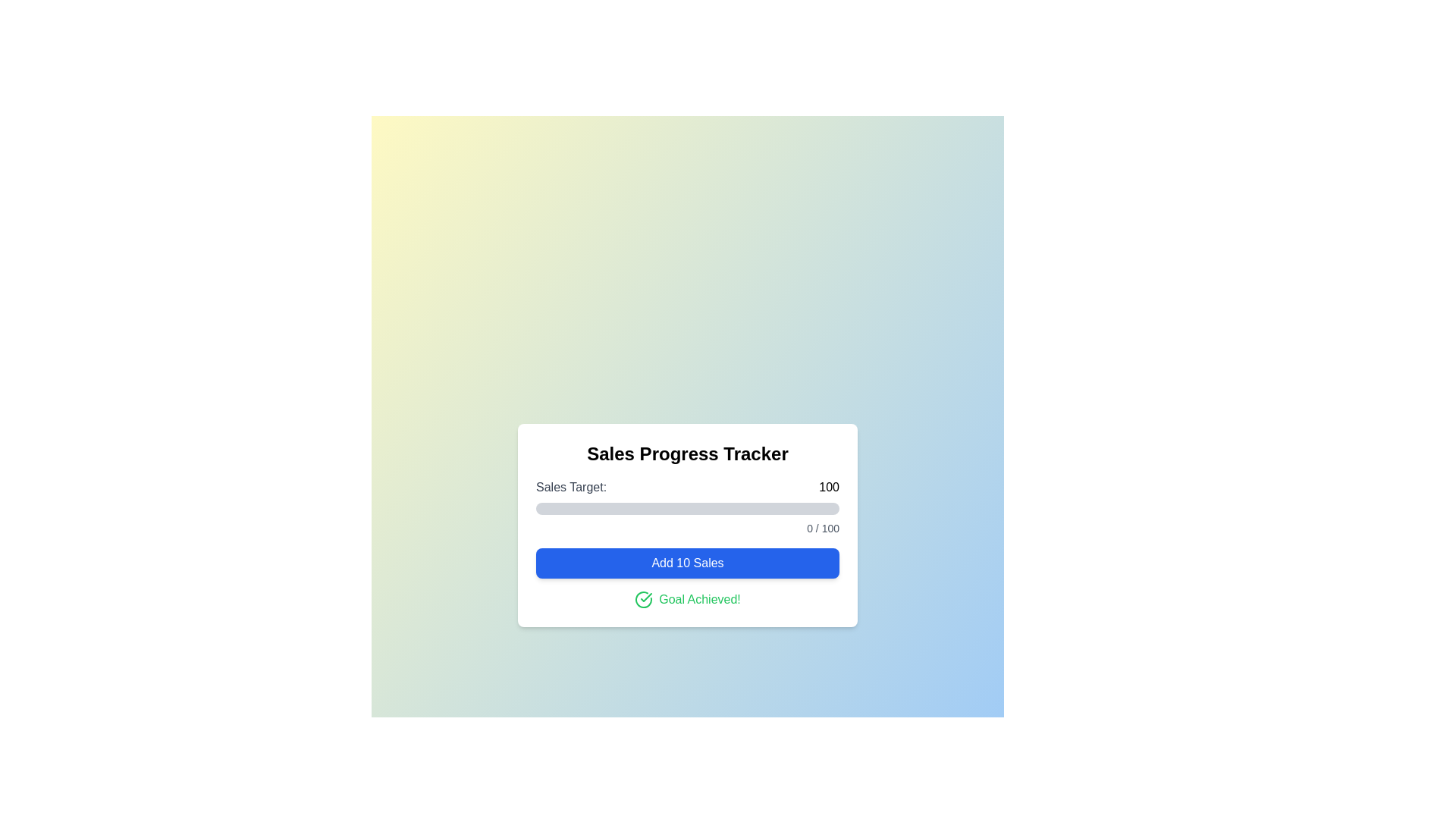  Describe the element at coordinates (644, 598) in the screenshot. I see `the circular green-stroke icon with a checkmark, which signifies a successful state, located immediately to the left of the text 'Goal Achieved!'` at that location.